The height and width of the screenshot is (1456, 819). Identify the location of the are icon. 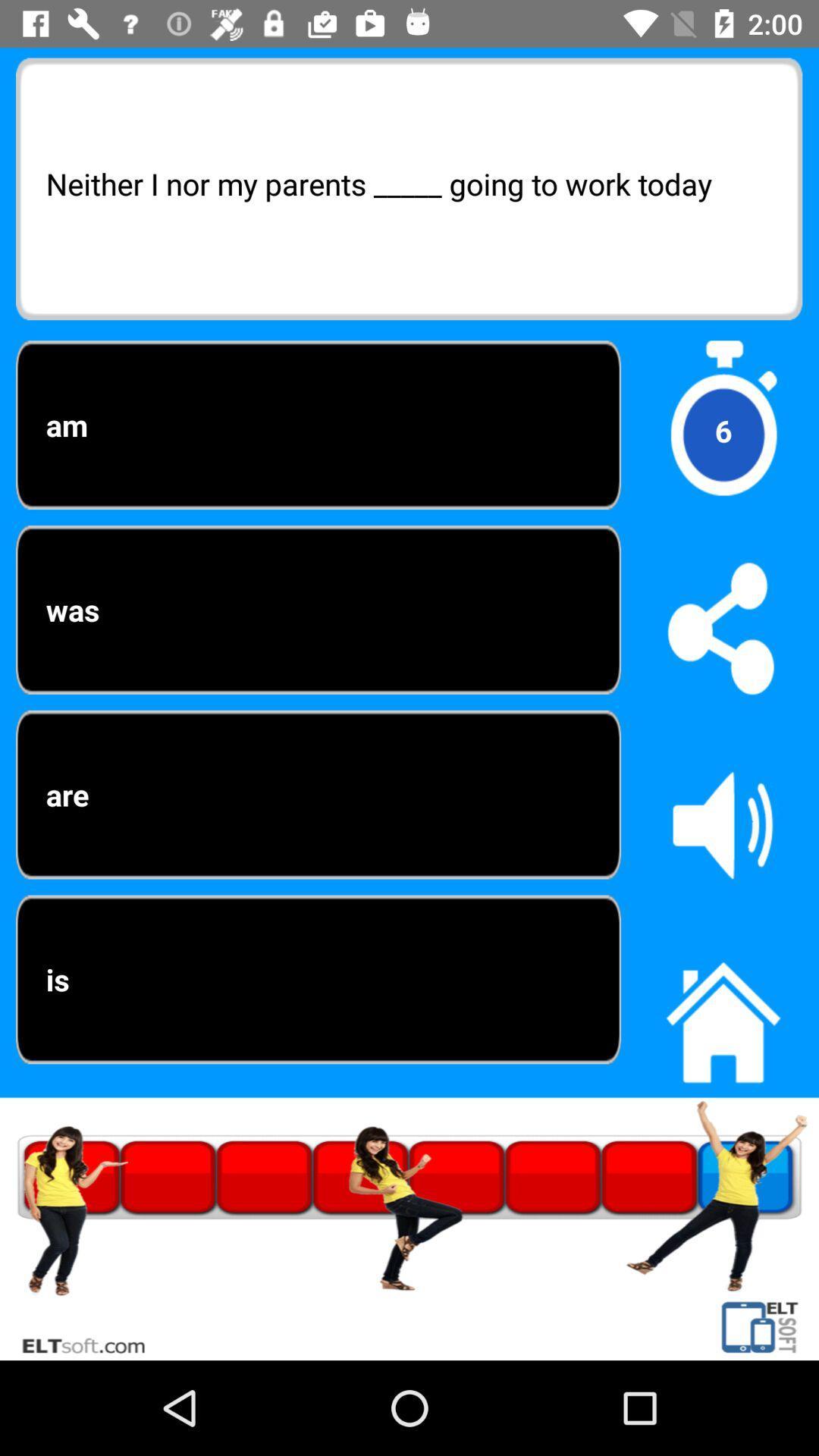
(318, 794).